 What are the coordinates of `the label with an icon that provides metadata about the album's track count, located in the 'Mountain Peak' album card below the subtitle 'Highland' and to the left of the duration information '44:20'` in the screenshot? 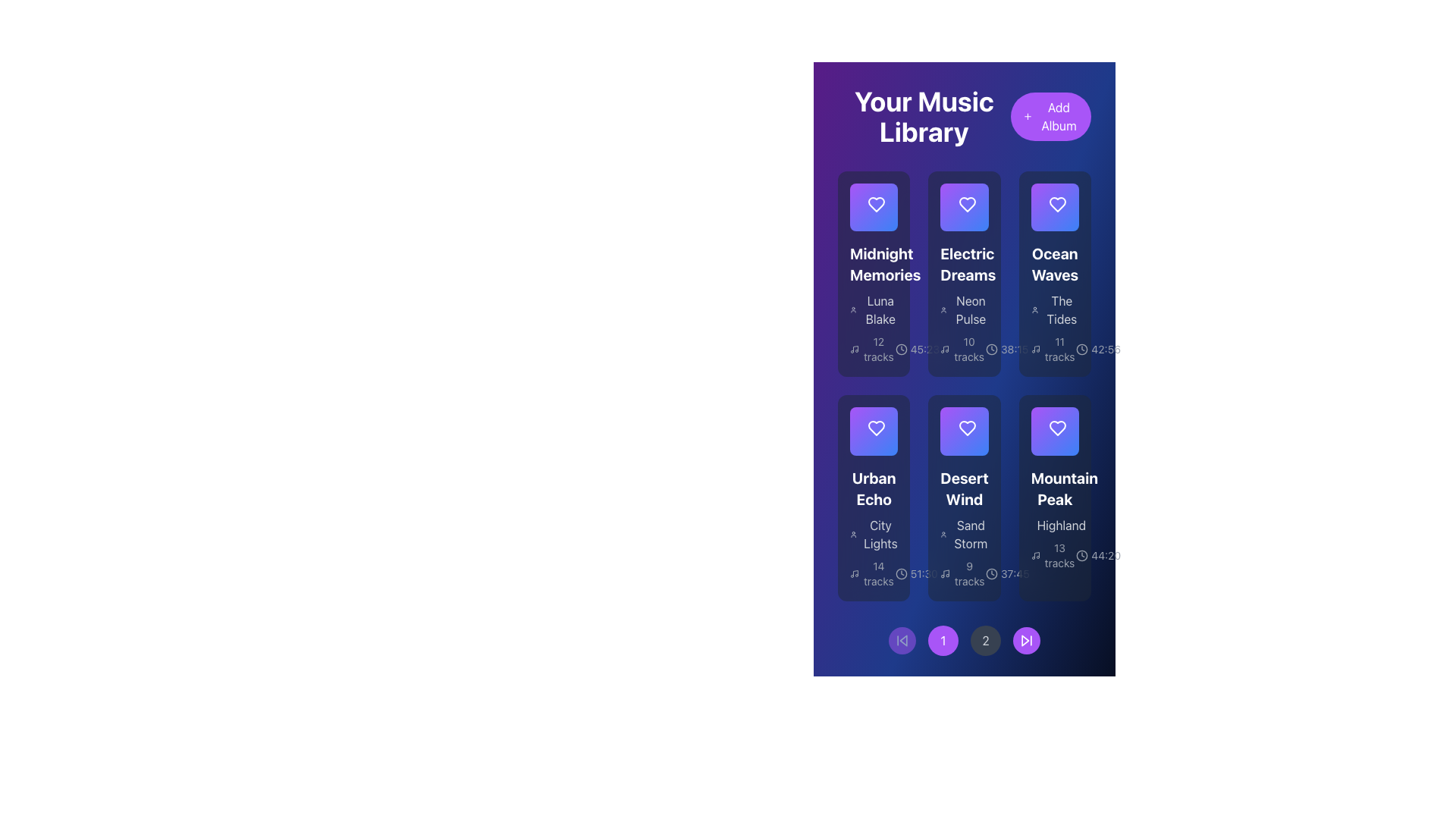 It's located at (1053, 555).